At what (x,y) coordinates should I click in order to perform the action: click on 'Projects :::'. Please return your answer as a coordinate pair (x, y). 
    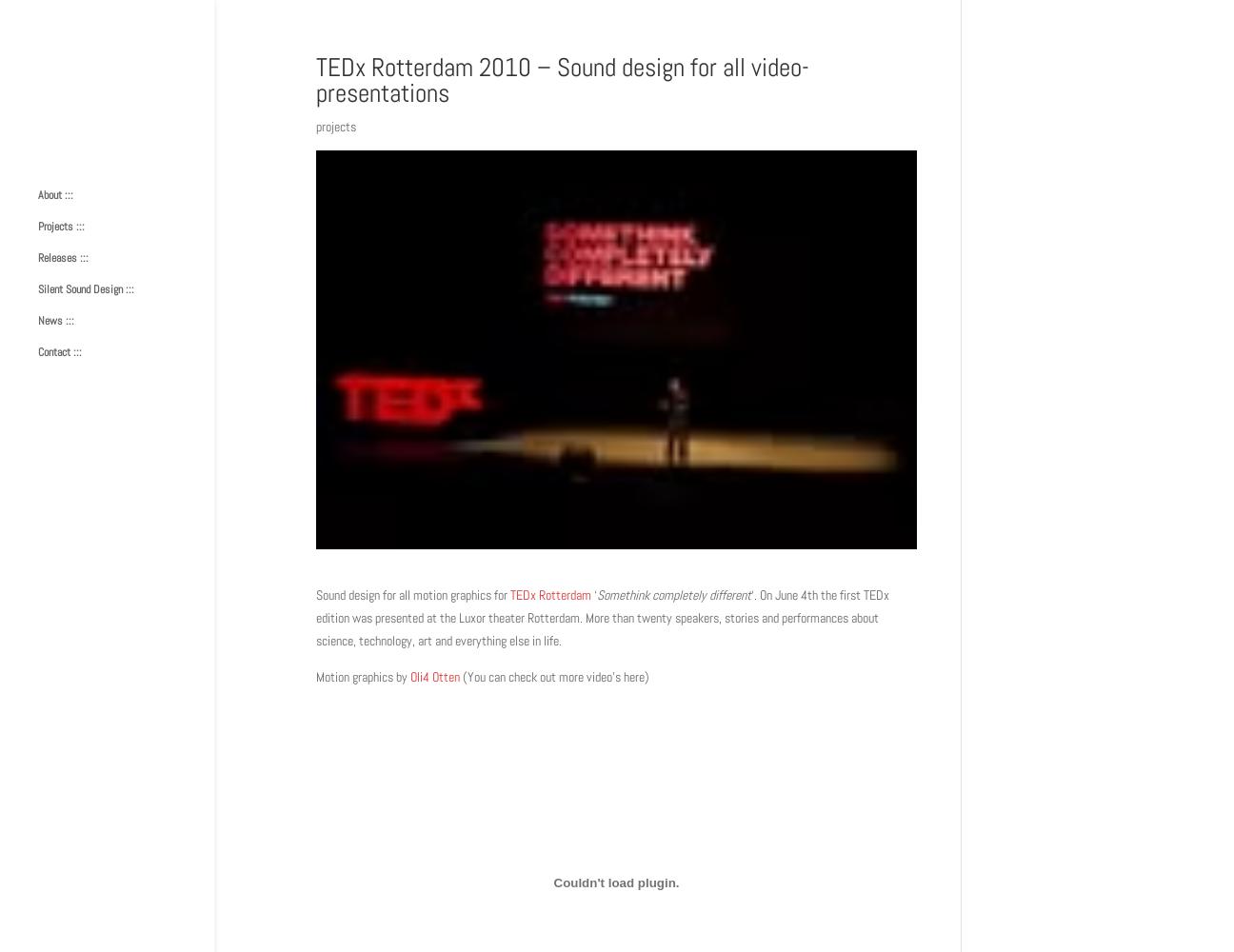
    Looking at the image, I should click on (60, 226).